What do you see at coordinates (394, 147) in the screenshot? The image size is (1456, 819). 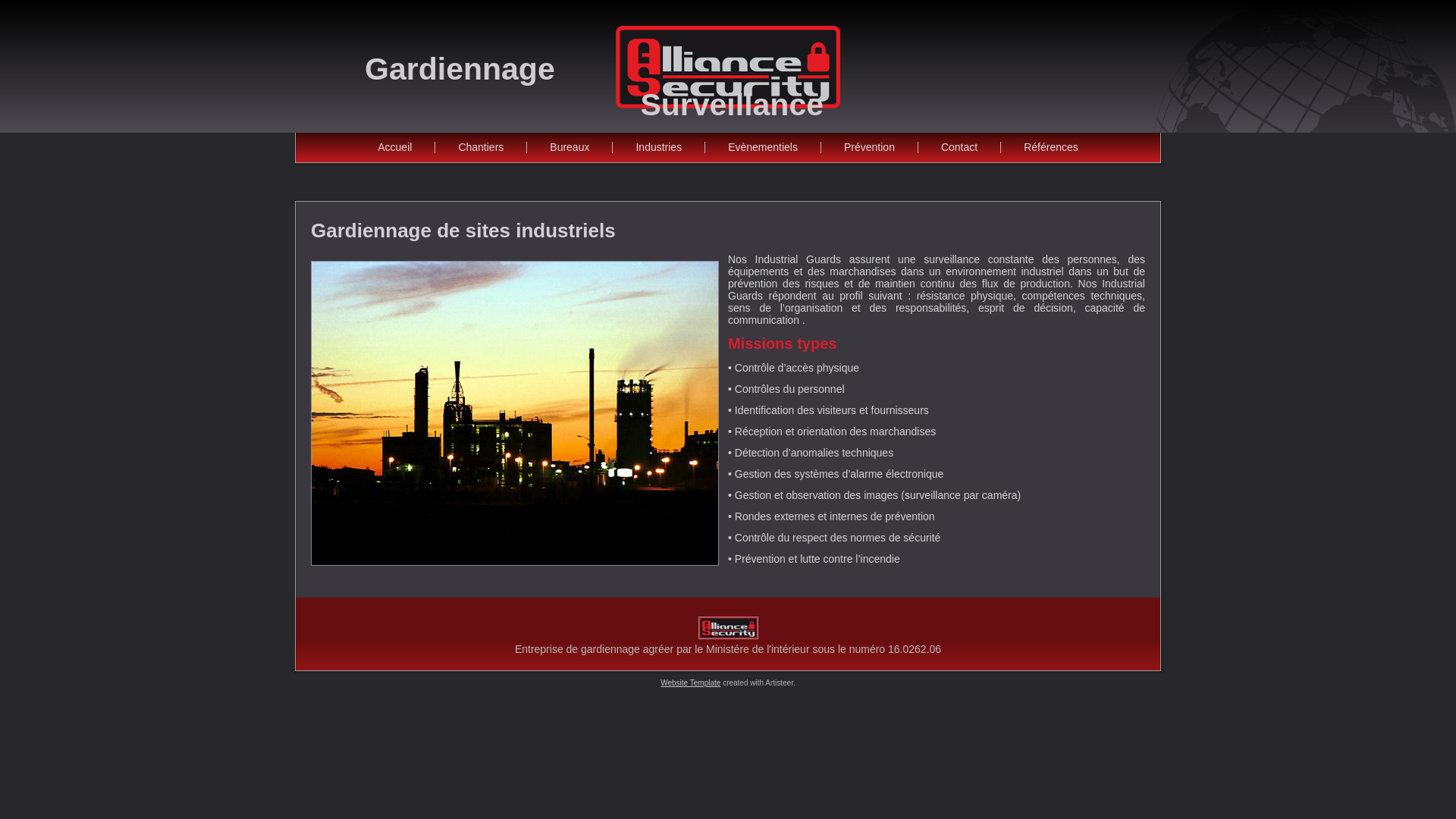 I see `'Accueil'` at bounding box center [394, 147].